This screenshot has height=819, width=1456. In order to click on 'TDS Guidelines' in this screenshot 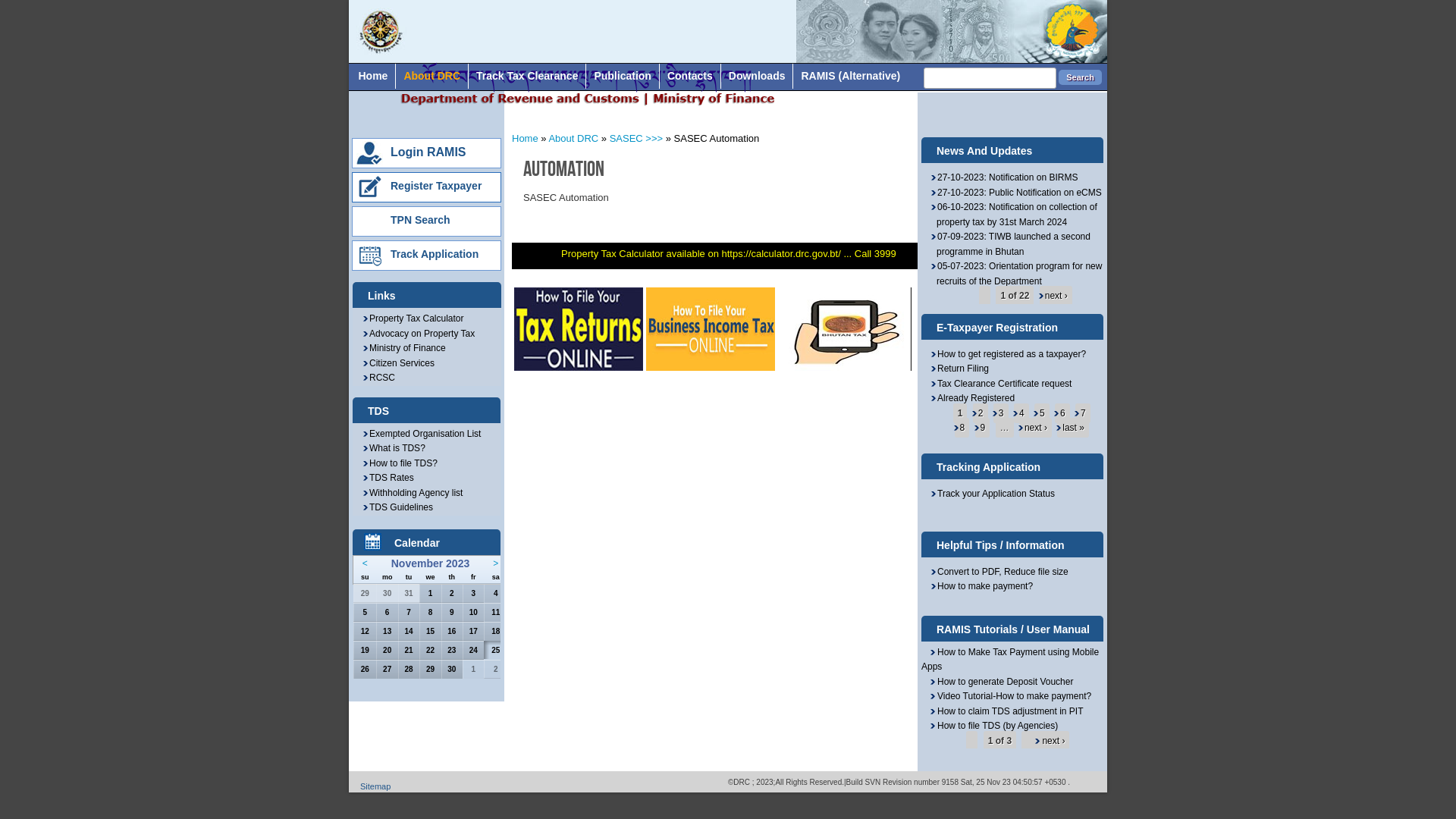, I will do `click(397, 507)`.